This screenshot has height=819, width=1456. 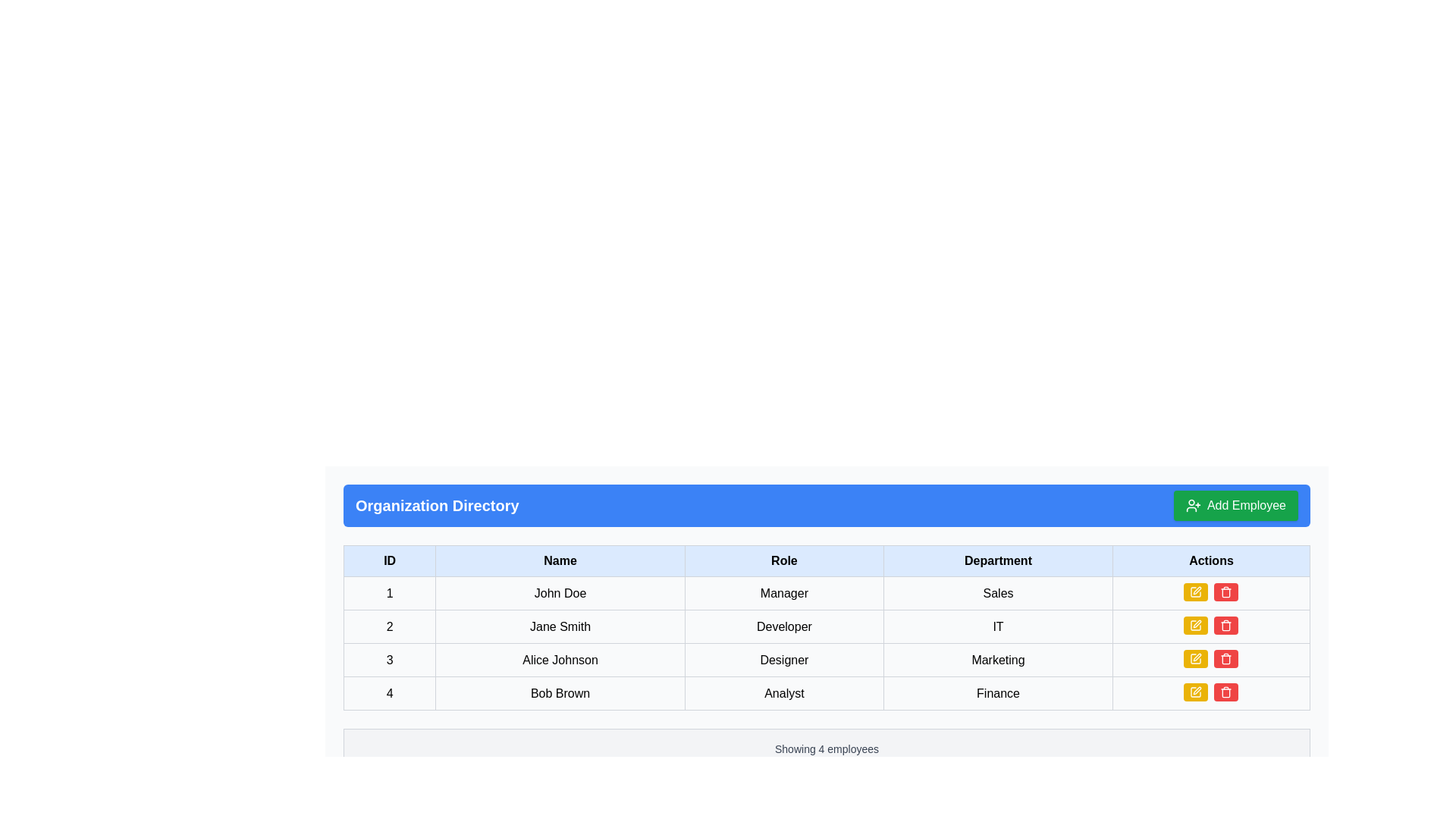 I want to click on the table header cell containing the text 'Department', which has a light blue background and a black bold font style, located in the header row of the data table, so click(x=998, y=561).